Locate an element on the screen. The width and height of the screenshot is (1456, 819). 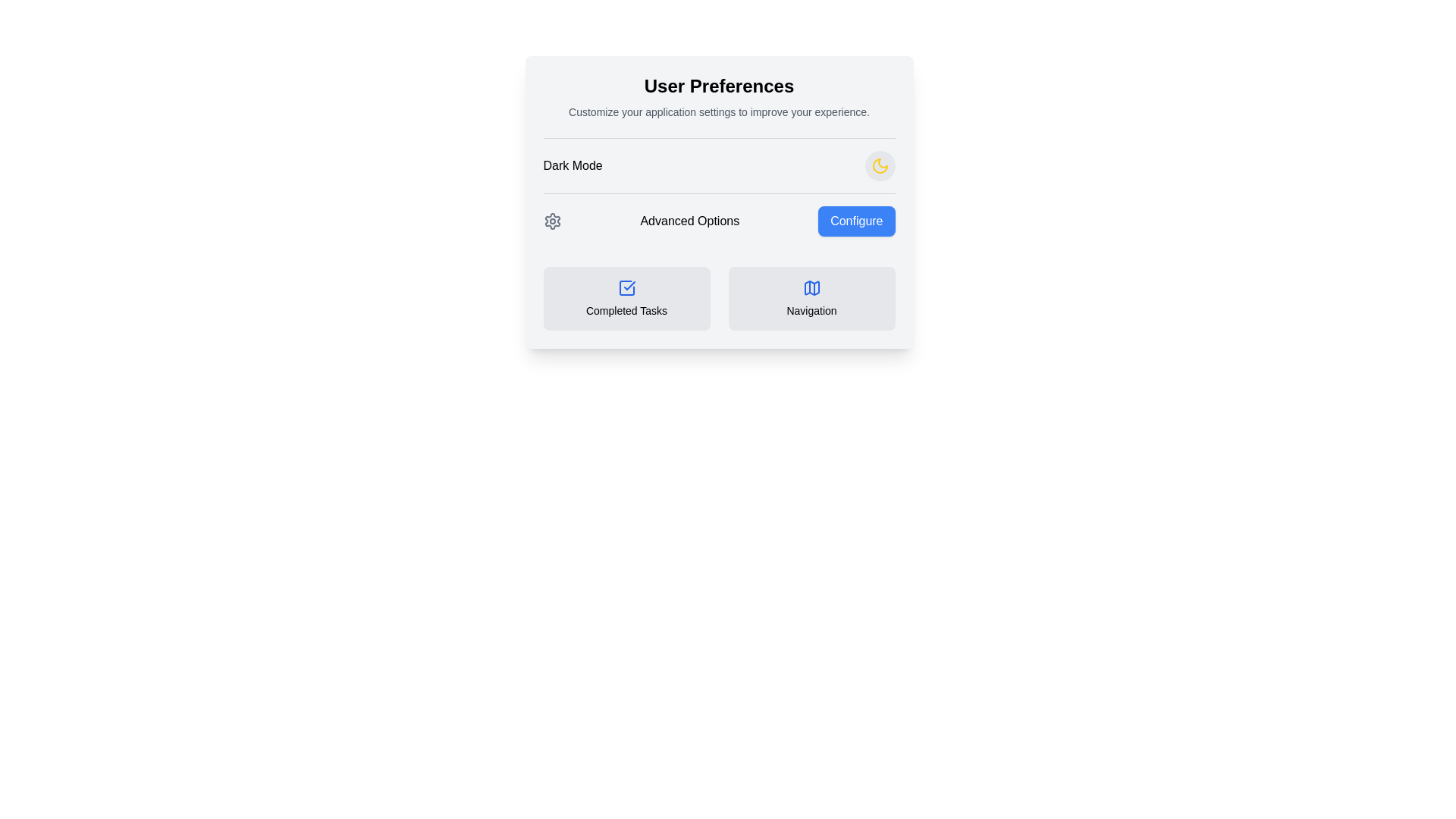
text from the Section Header that contains the bold title 'User Preferences' and the description 'Customize your application settings to improve your experience.' is located at coordinates (718, 96).